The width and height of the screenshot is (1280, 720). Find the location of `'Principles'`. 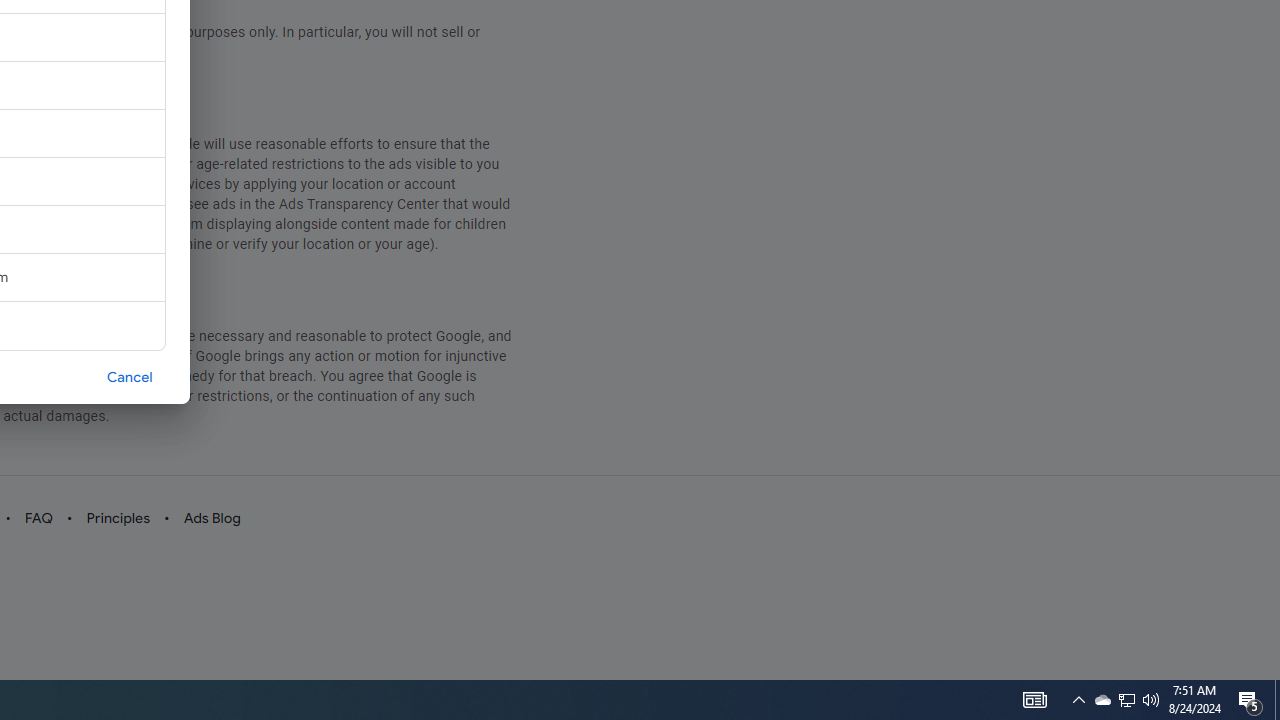

'Principles' is located at coordinates (116, 517).